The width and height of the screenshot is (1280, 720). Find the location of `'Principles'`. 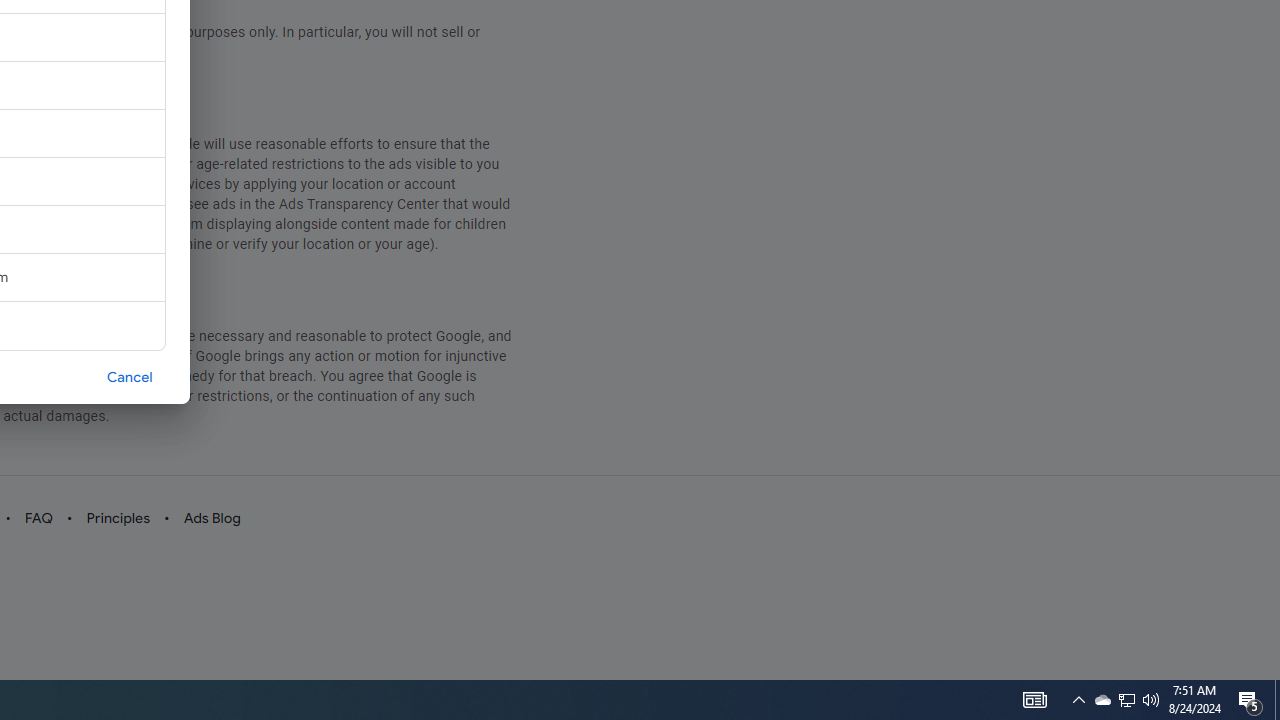

'Principles' is located at coordinates (116, 517).